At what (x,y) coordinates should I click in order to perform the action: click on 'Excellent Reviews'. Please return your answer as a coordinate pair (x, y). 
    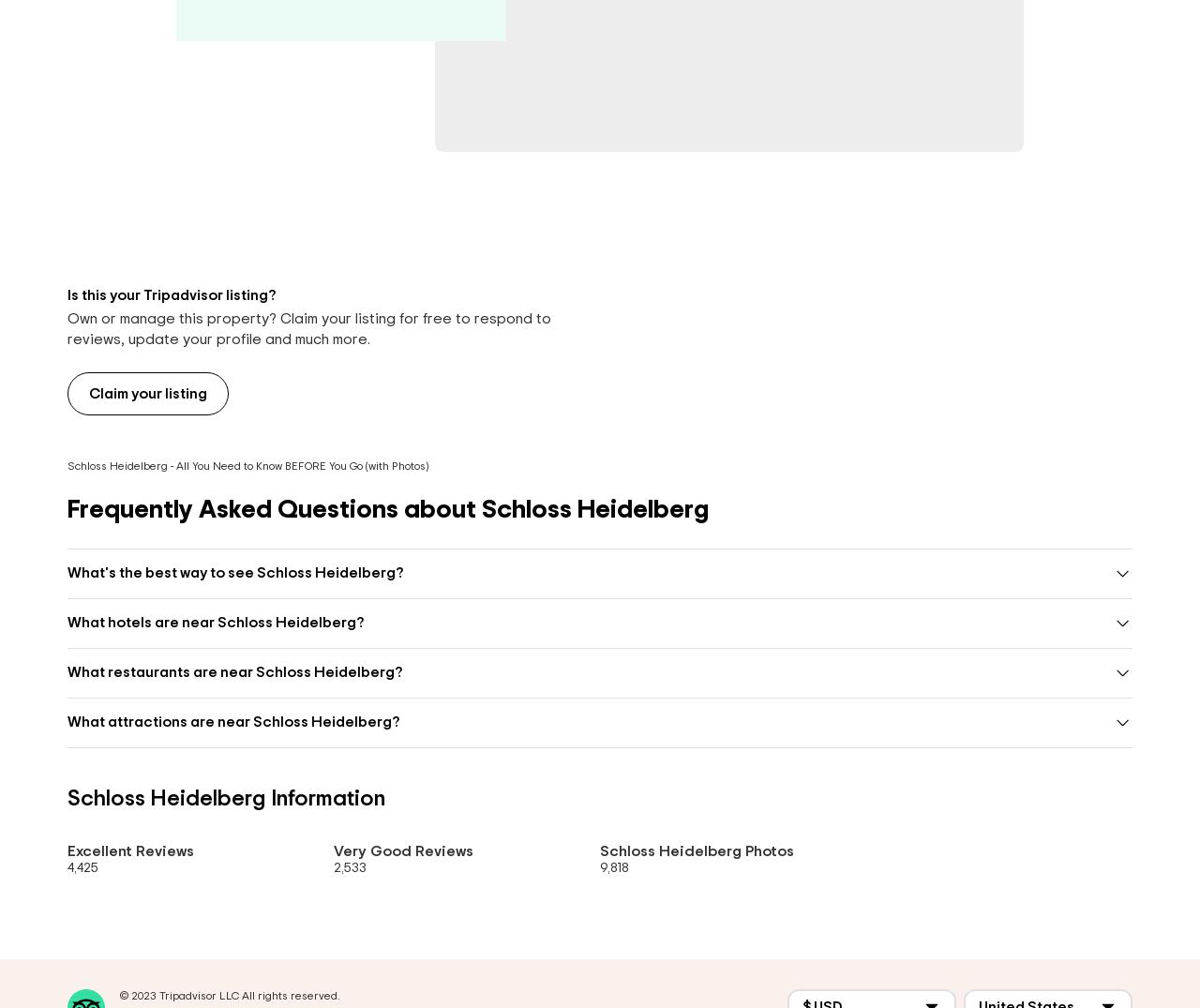
    Looking at the image, I should click on (129, 850).